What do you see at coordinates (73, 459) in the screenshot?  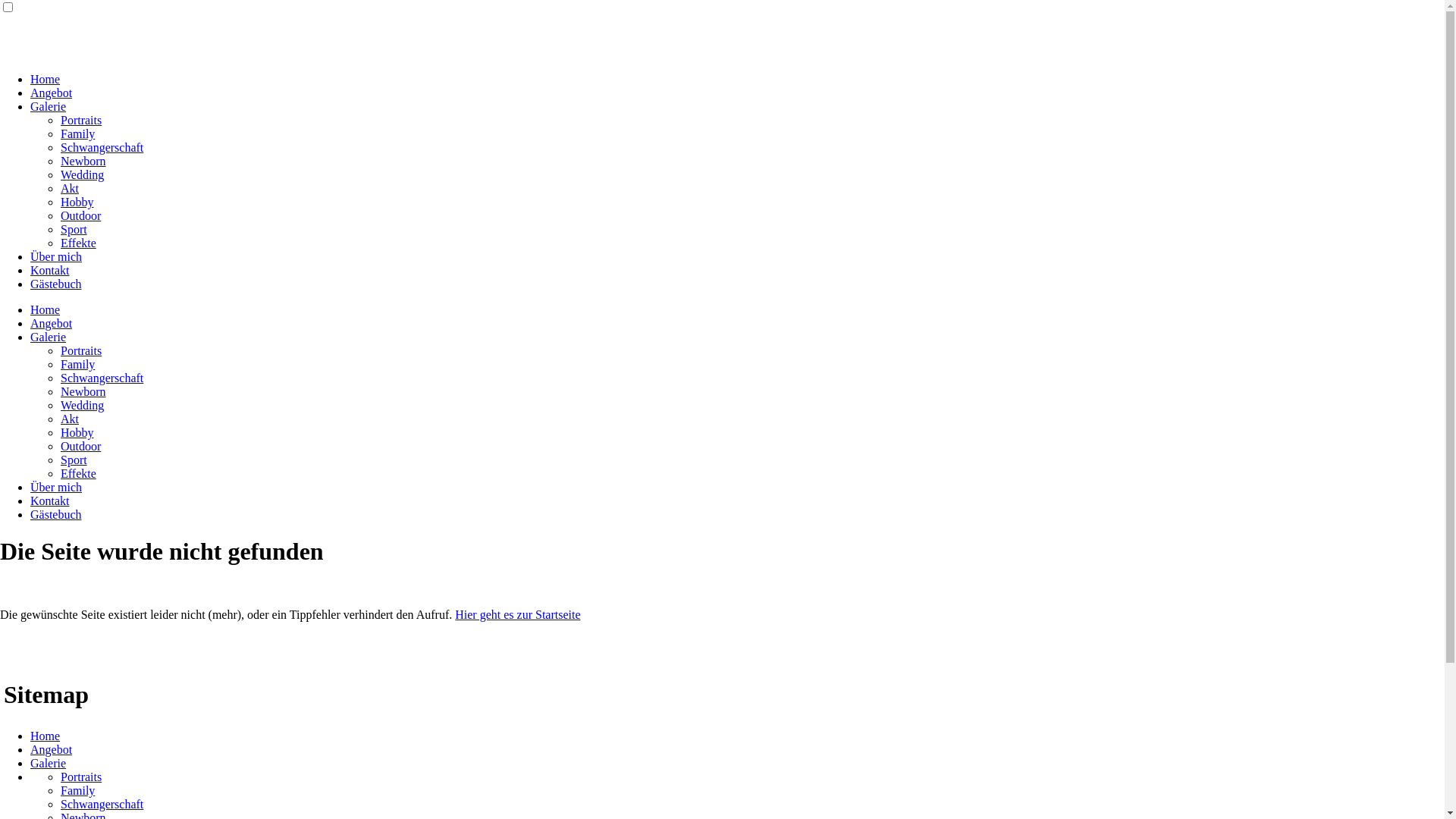 I see `'Sport'` at bounding box center [73, 459].